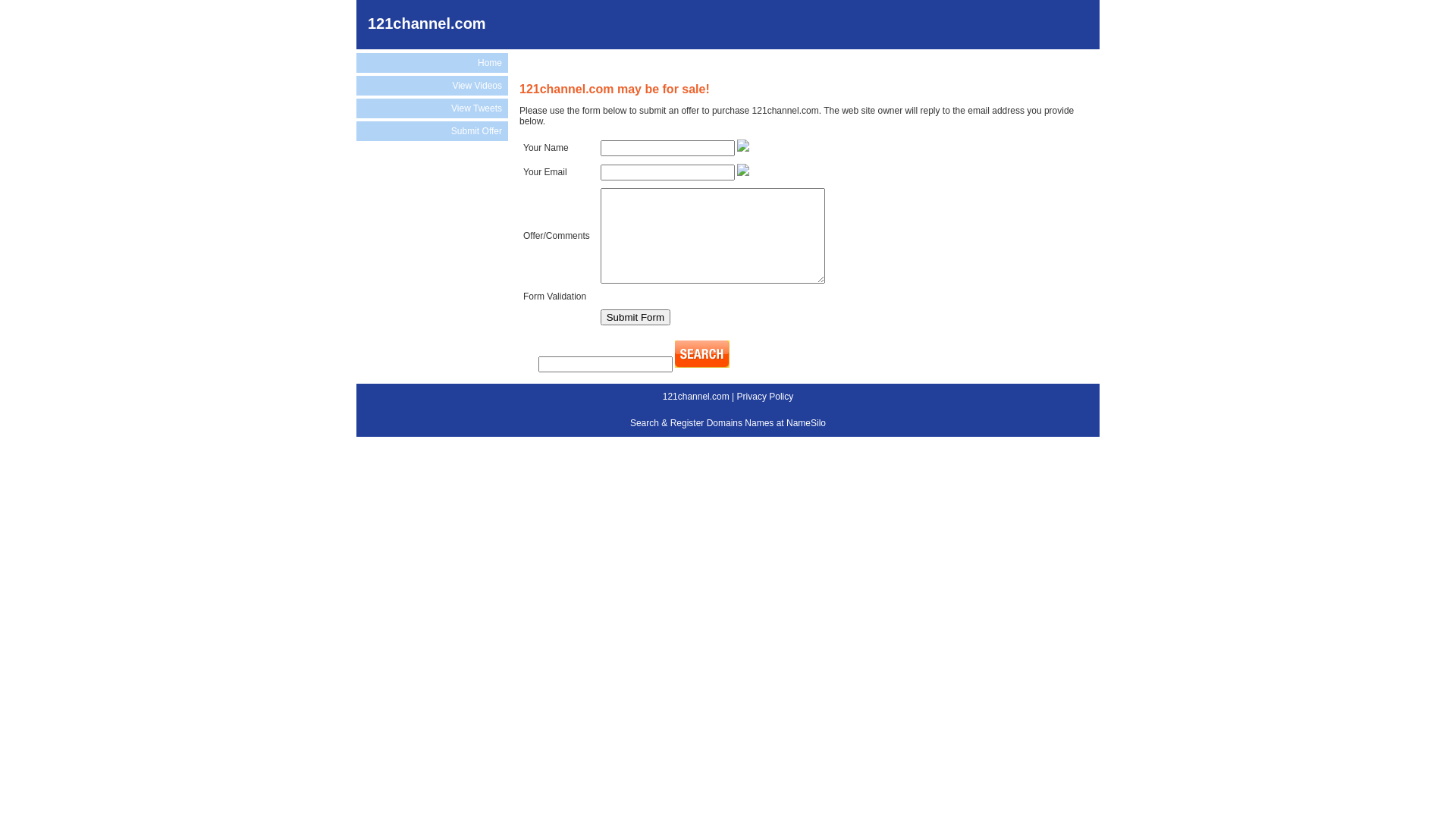  Describe the element at coordinates (736, 396) in the screenshot. I see `'Privacy Policy'` at that location.